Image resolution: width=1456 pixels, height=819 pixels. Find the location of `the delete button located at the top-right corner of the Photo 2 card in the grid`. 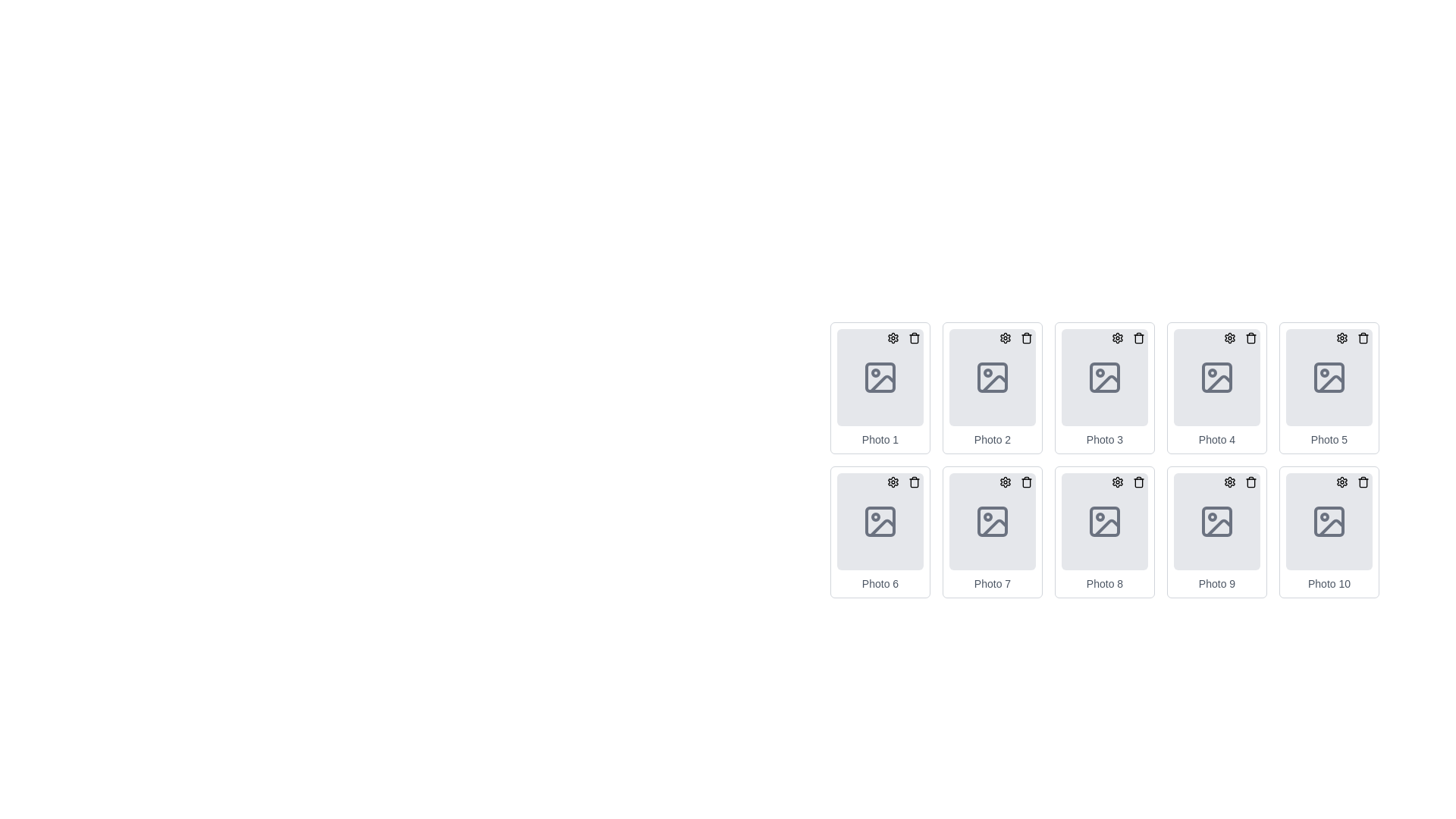

the delete button located at the top-right corner of the Photo 2 card in the grid is located at coordinates (1026, 337).